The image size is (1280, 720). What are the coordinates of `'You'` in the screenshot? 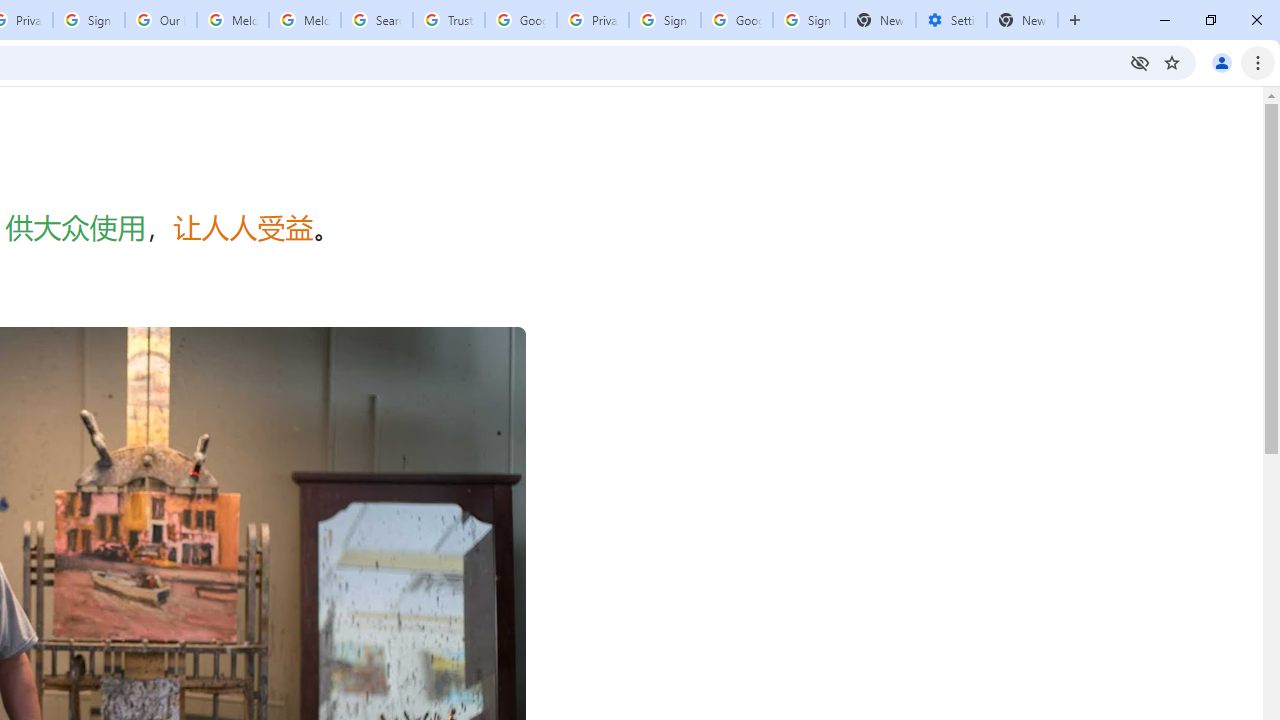 It's located at (1220, 61).